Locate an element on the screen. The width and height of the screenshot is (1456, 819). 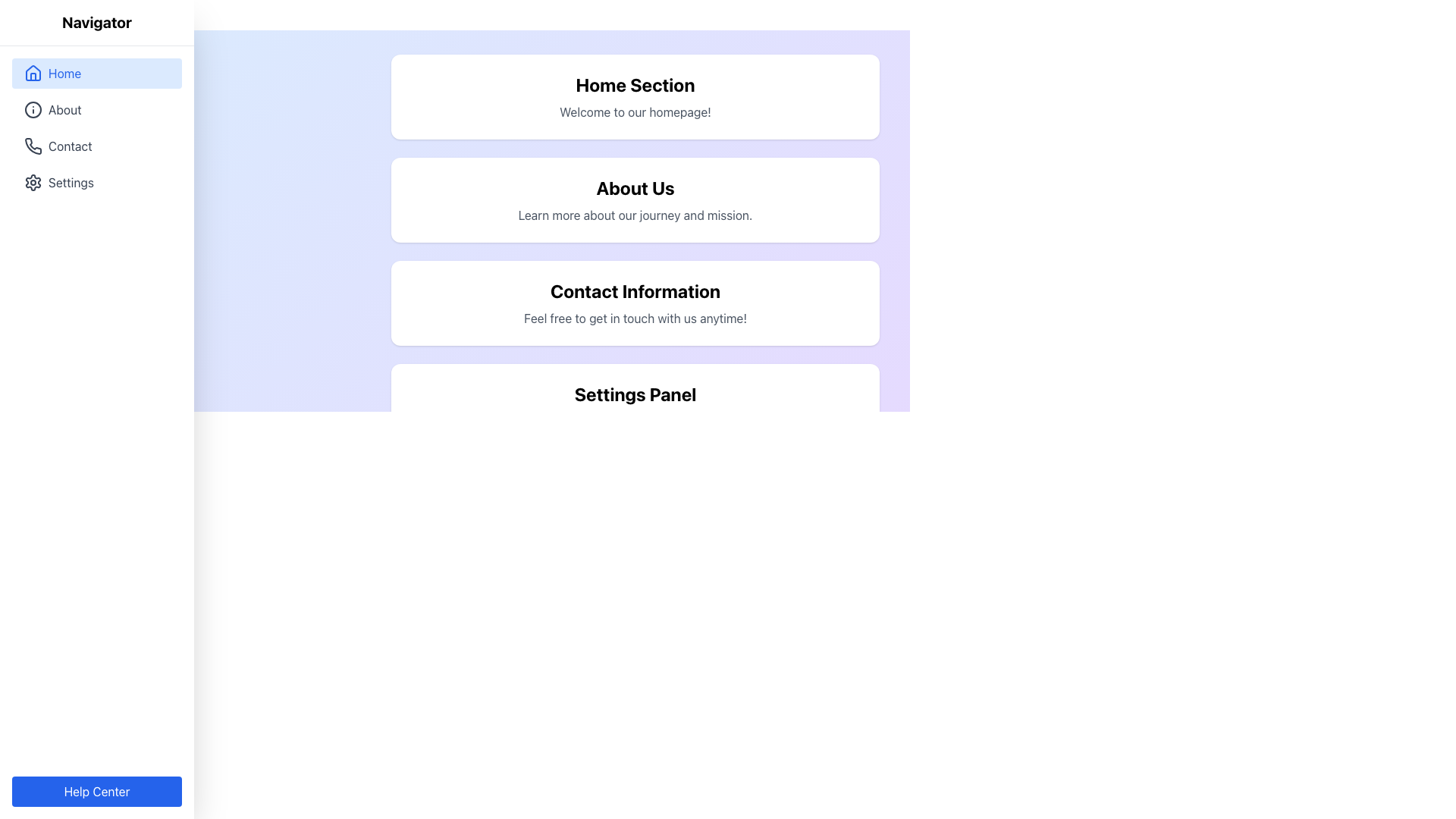
the 'Contact' icon in the sidebar menu is located at coordinates (33, 146).